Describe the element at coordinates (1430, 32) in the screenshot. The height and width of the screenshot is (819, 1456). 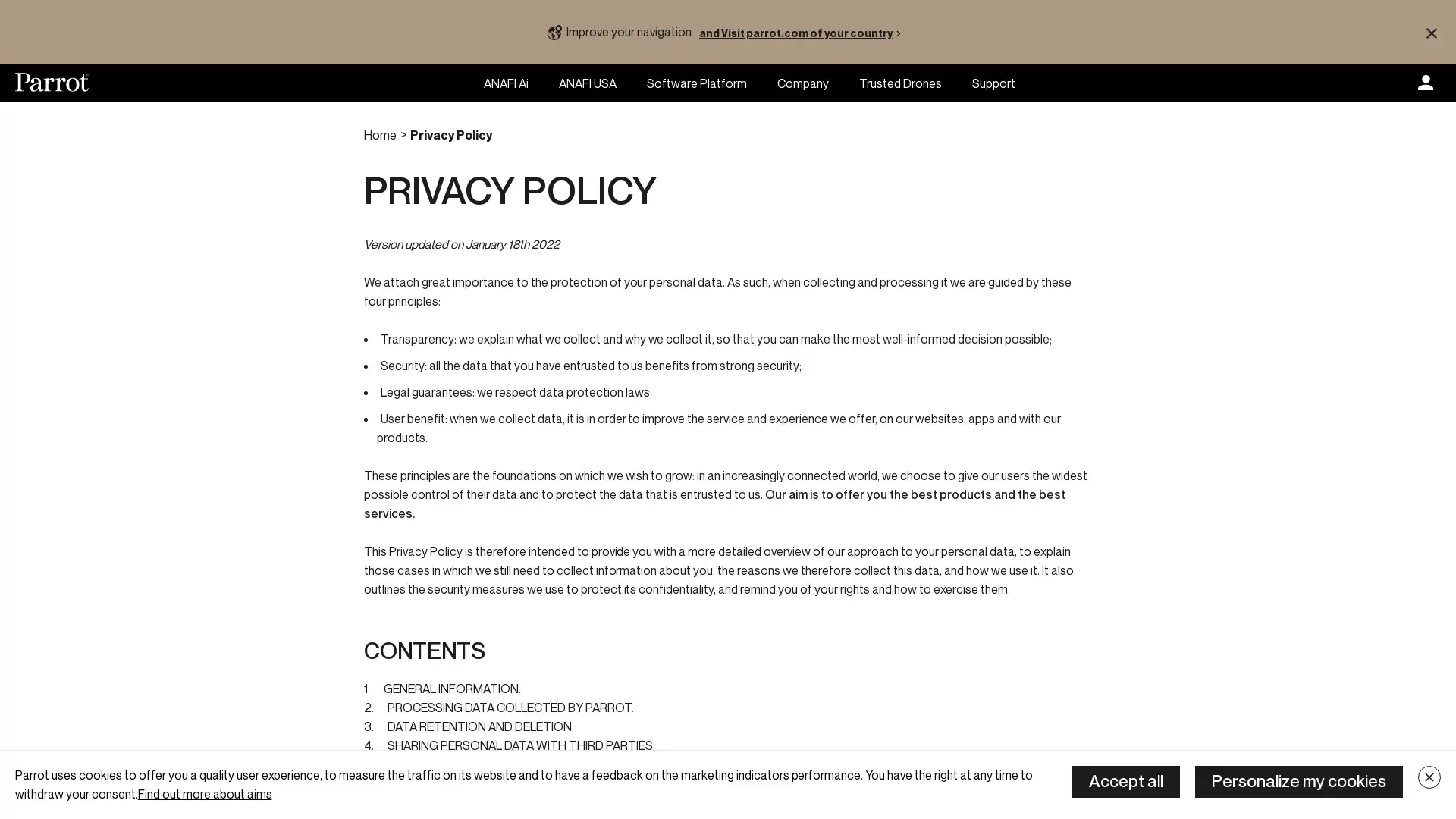
I see `close not-good-shop-alert` at that location.